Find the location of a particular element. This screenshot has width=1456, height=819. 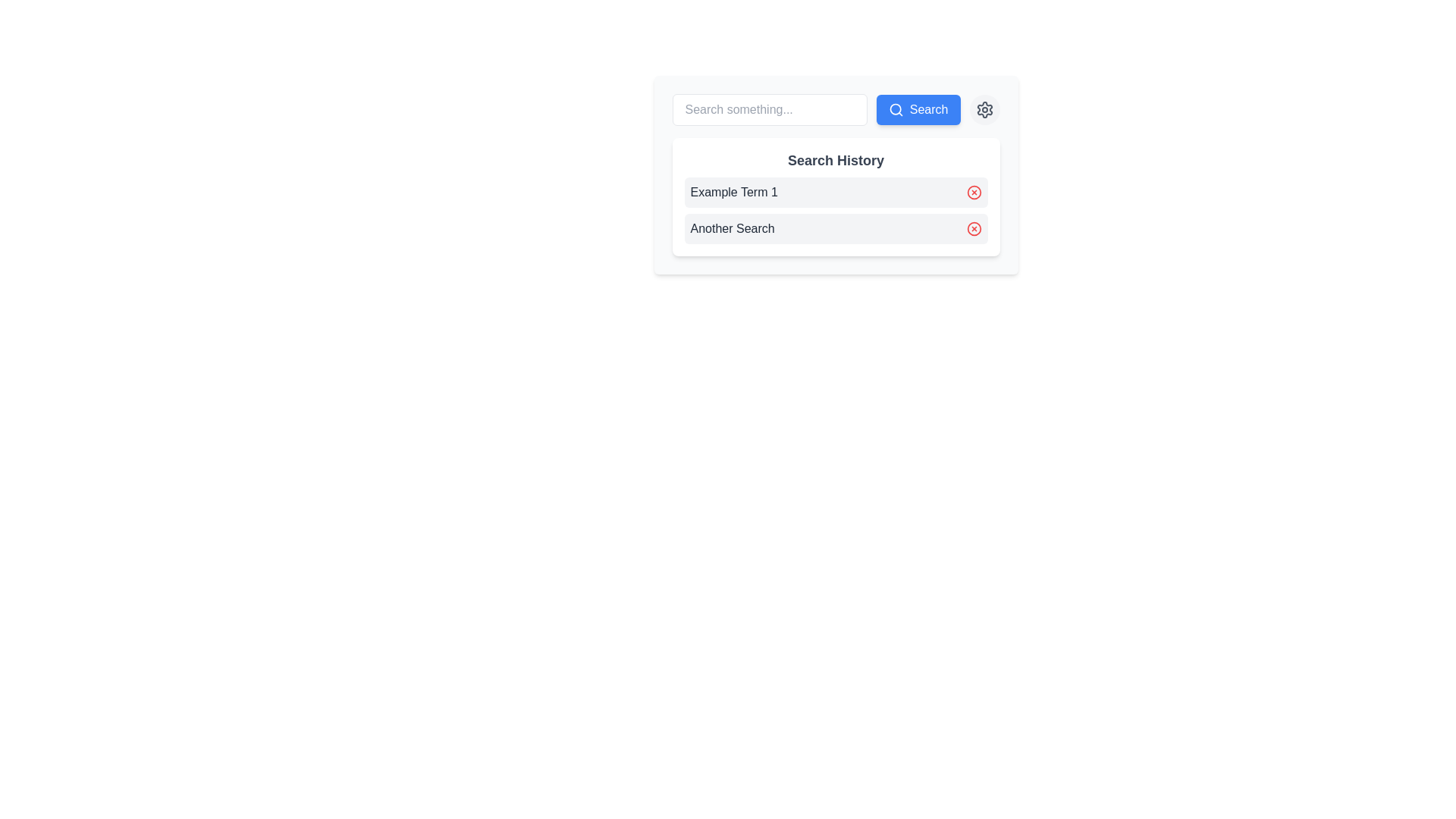

text label displaying 'Search History' located at the top of the card-like section is located at coordinates (835, 161).